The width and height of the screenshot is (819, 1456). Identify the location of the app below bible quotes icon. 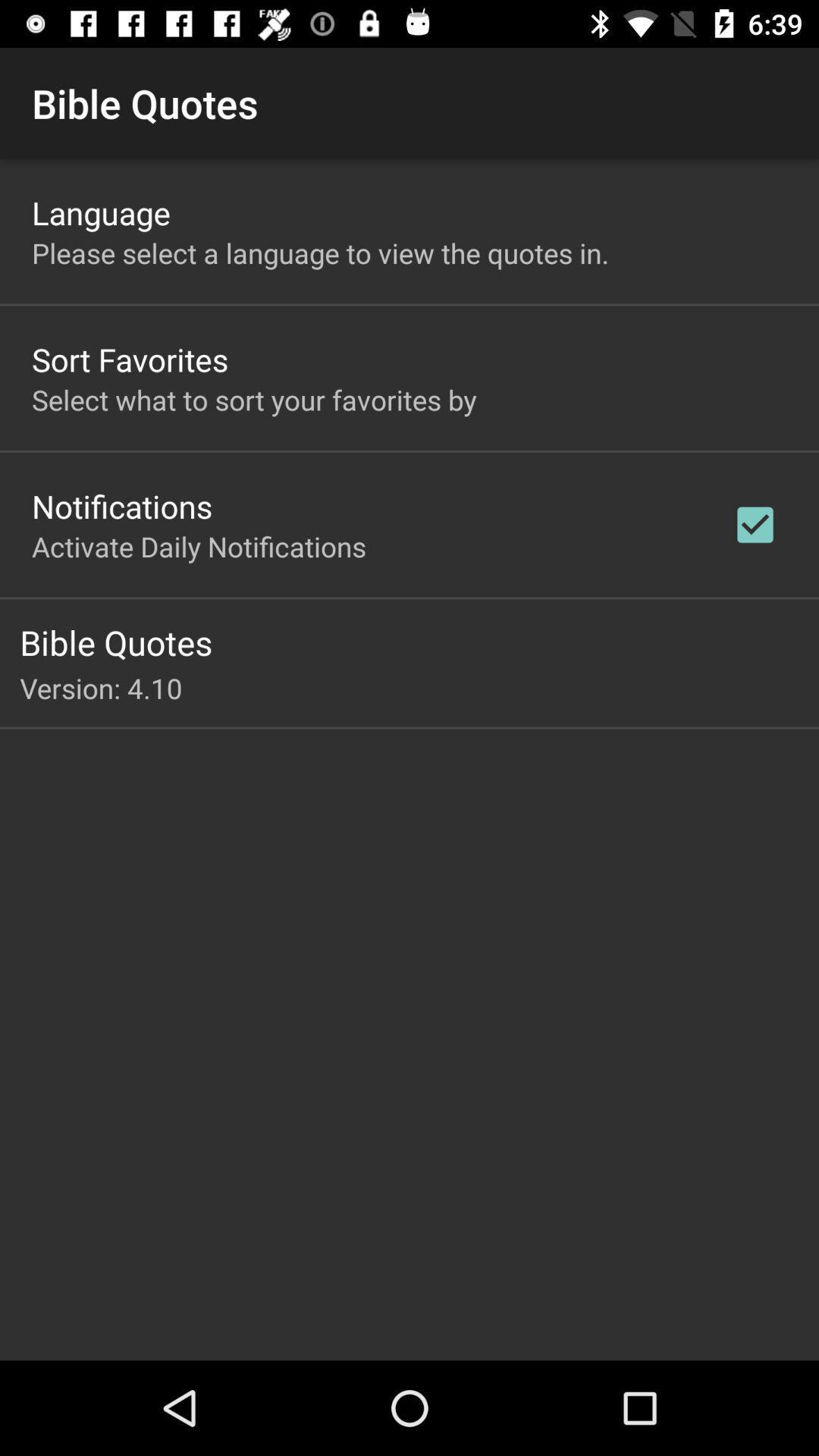
(419, 687).